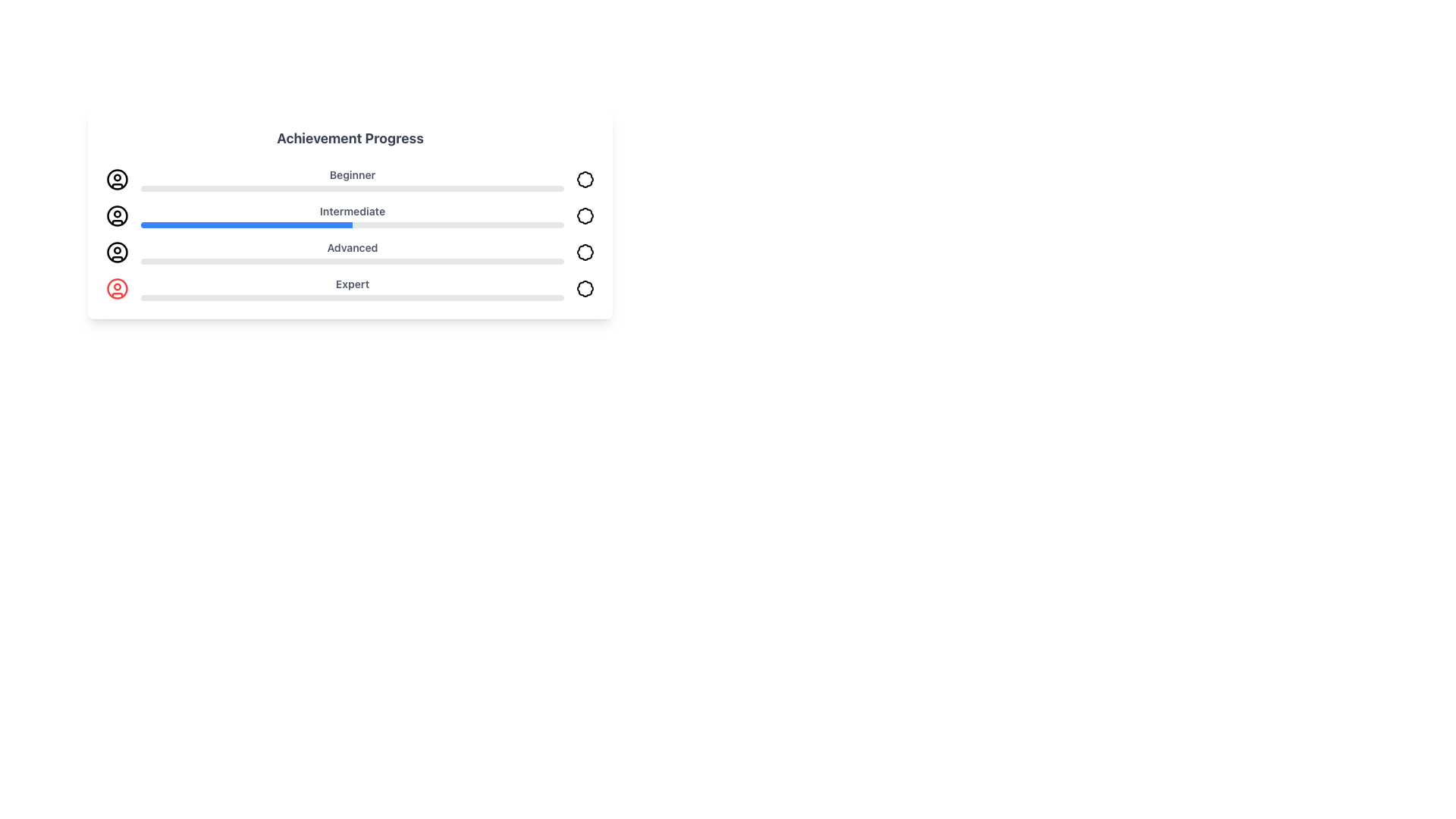 The height and width of the screenshot is (819, 1456). Describe the element at coordinates (352, 188) in the screenshot. I see `the progress bar with a gray background and green segment located beneath the 'Beginner' label` at that location.